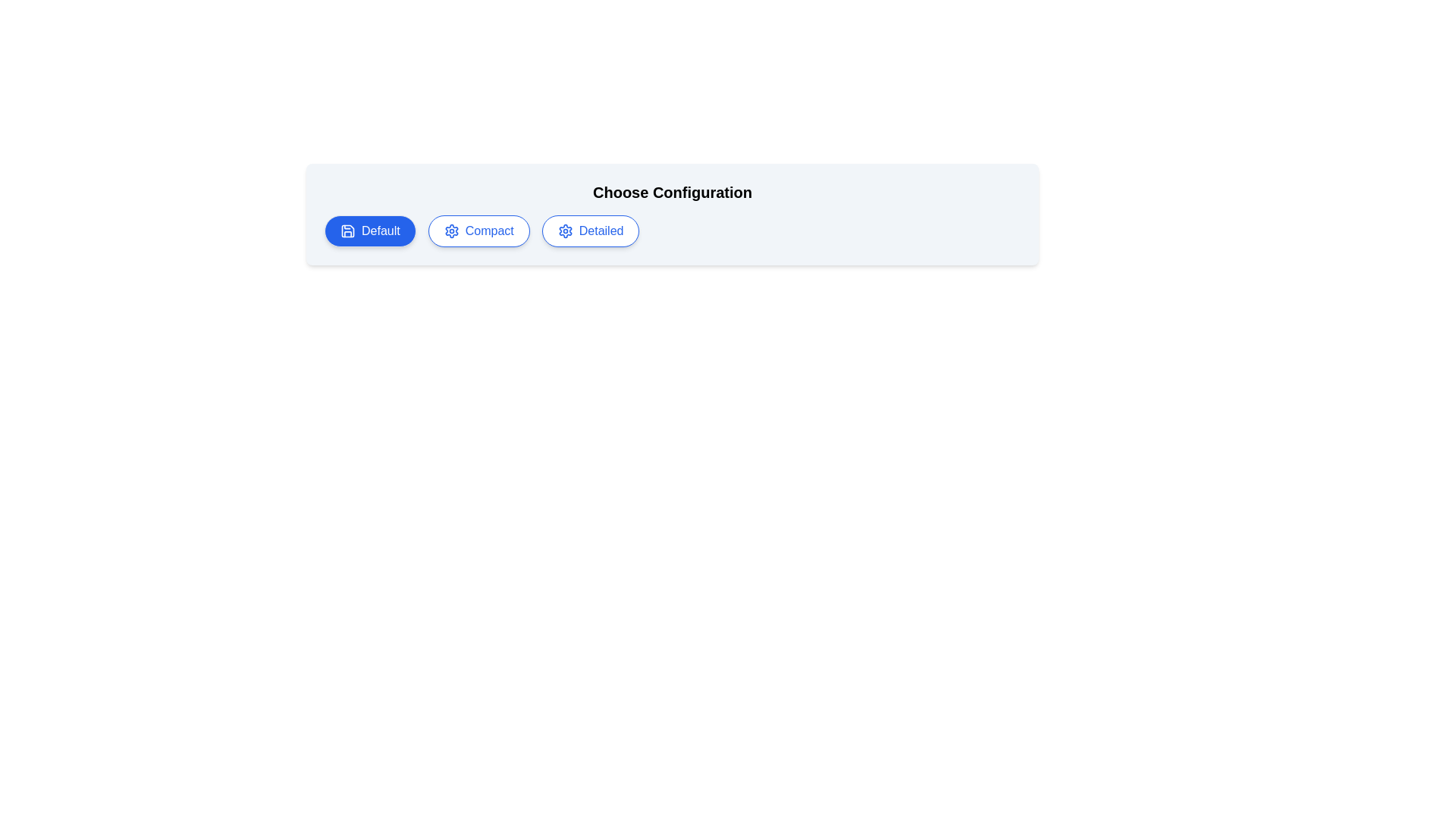 This screenshot has width=1456, height=819. I want to click on the configuration option Default by clicking on the corresponding button, so click(370, 231).